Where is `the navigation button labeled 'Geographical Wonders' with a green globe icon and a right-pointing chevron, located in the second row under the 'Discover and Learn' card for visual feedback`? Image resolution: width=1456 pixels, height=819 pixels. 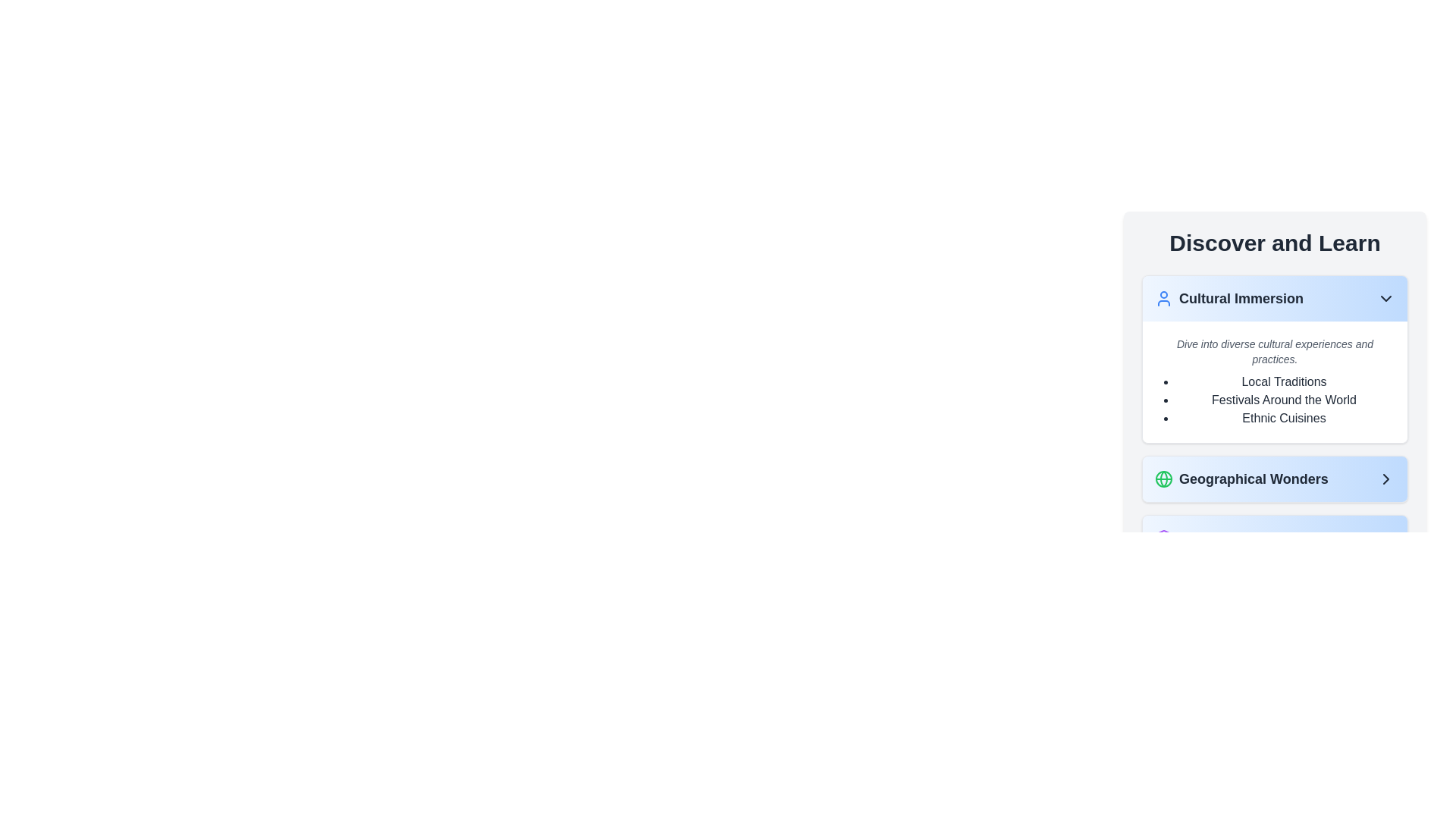
the navigation button labeled 'Geographical Wonders' with a green globe icon and a right-pointing chevron, located in the second row under the 'Discover and Learn' card for visual feedback is located at coordinates (1274, 479).